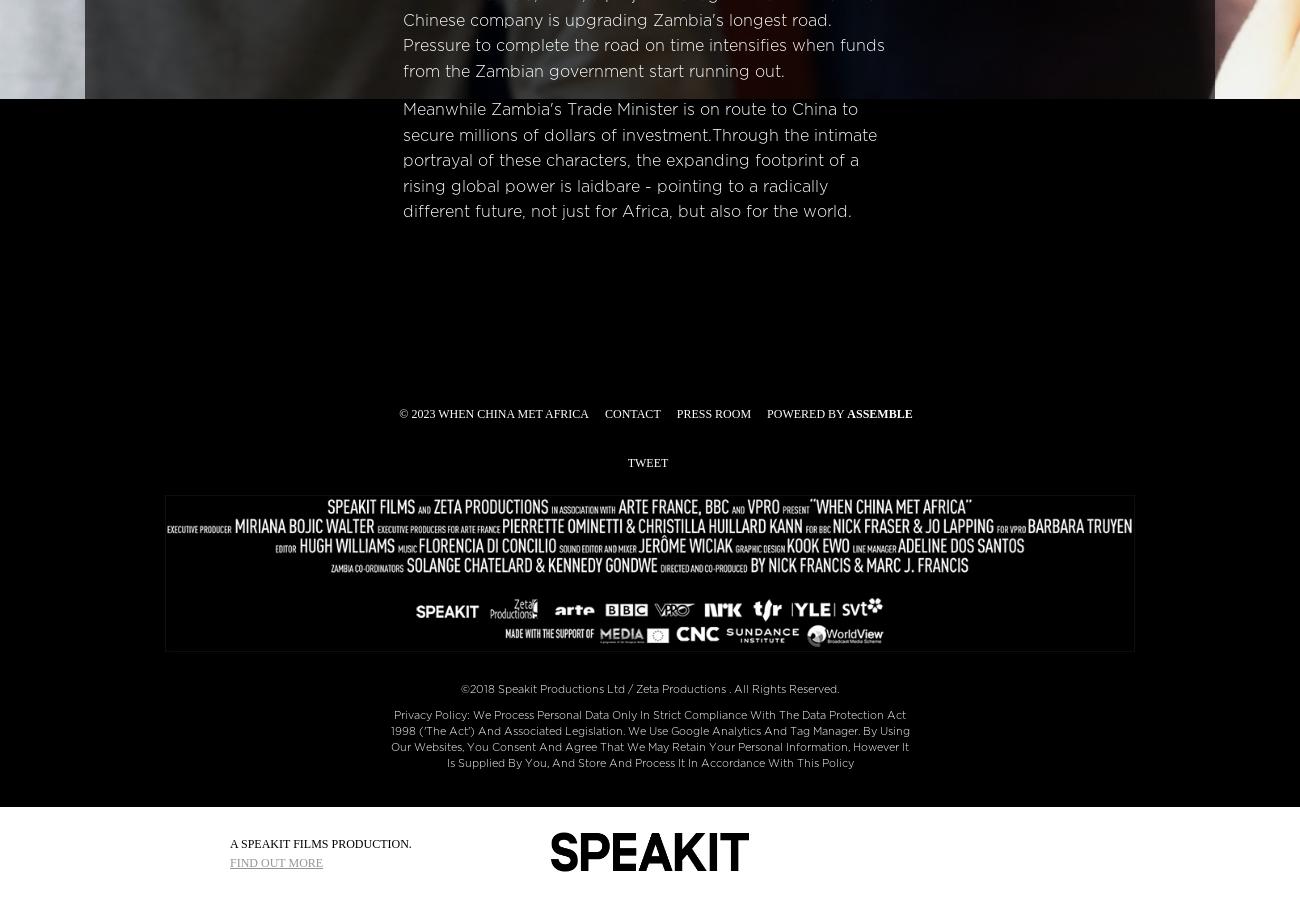 The height and width of the screenshot is (901, 1300). I want to click on 'Contact', so click(632, 412).